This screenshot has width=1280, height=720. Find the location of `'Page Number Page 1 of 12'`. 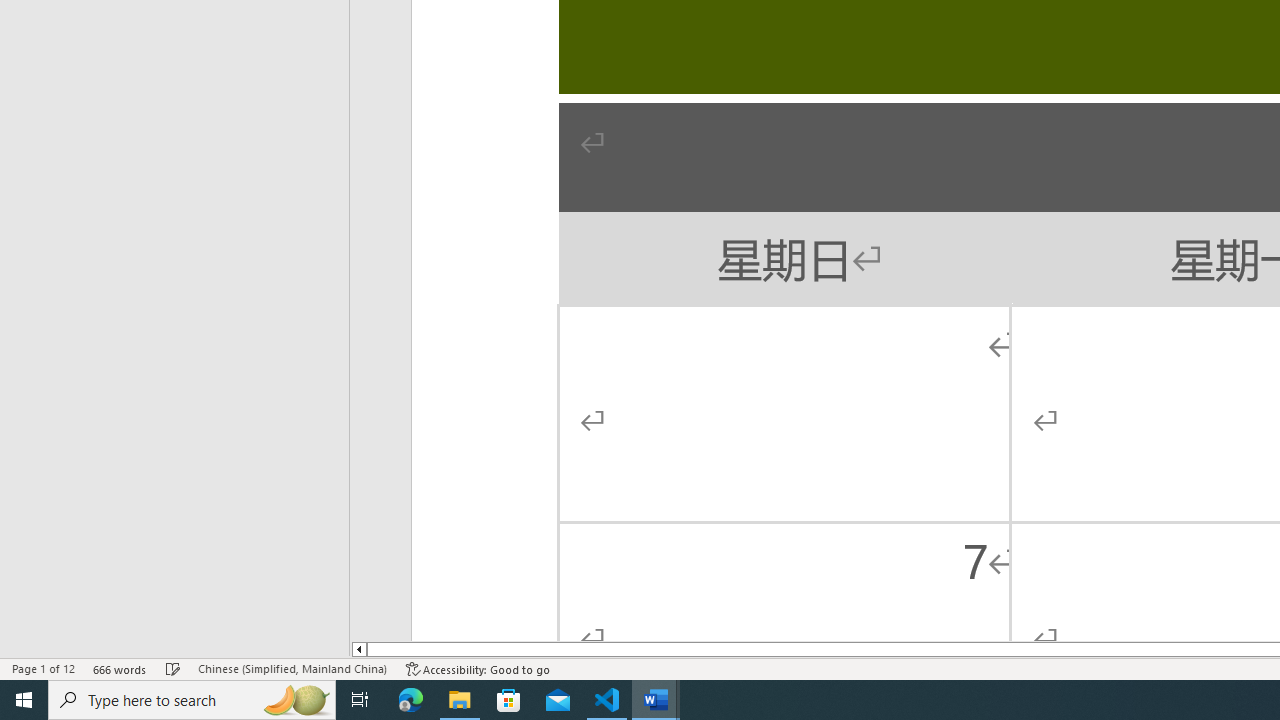

'Page Number Page 1 of 12' is located at coordinates (43, 669).